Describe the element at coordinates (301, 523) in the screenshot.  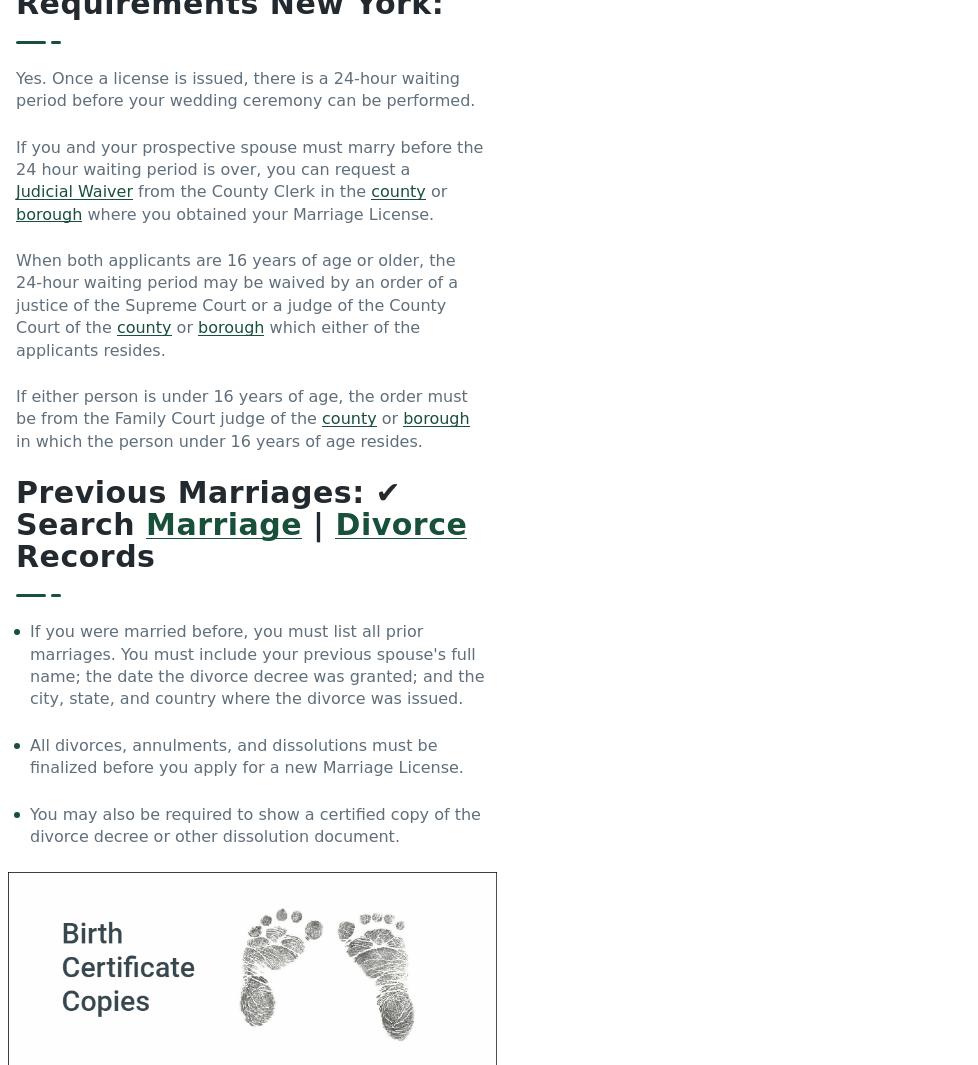
I see `'|'` at that location.